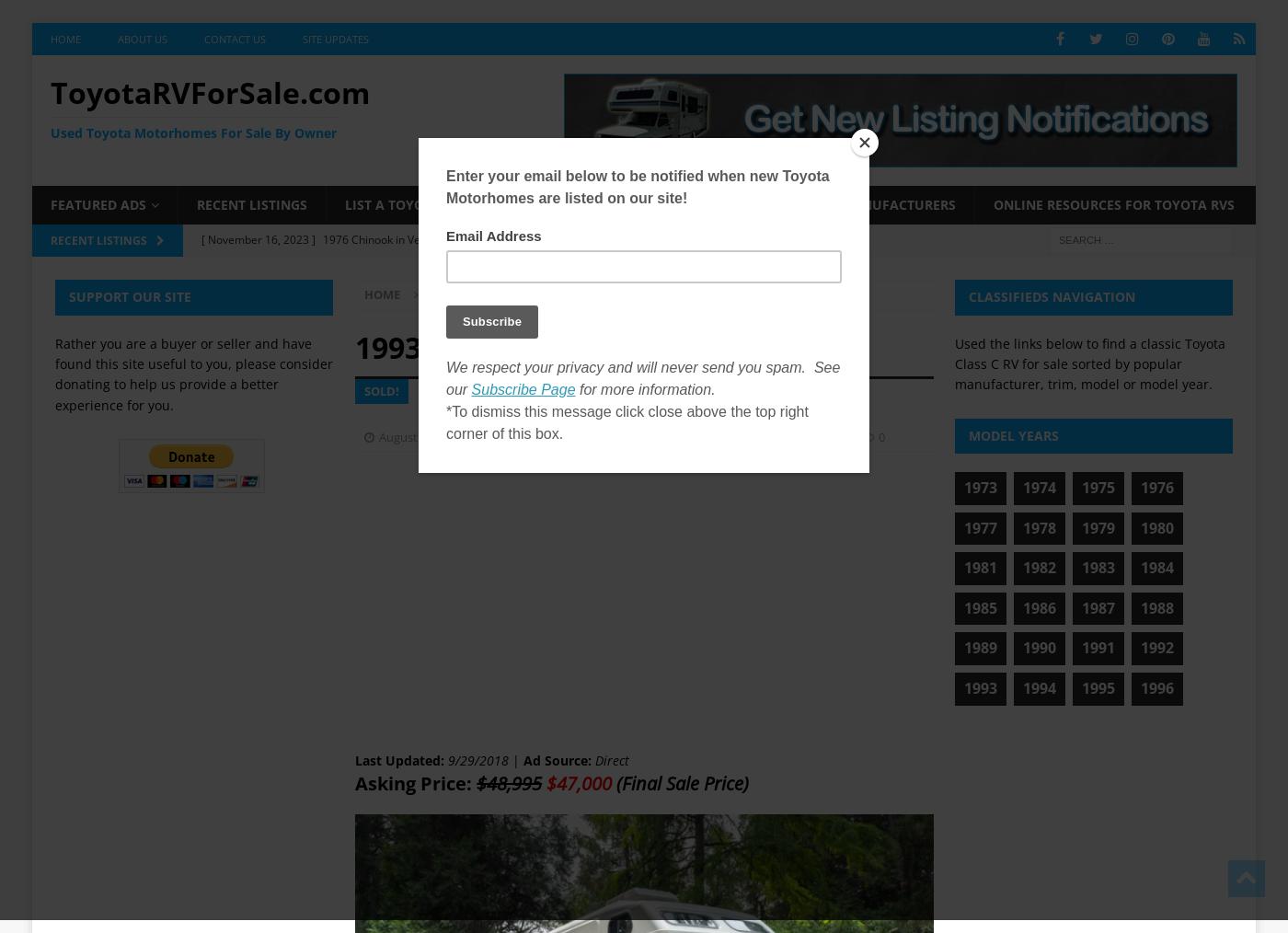  I want to click on '1990', so click(1038, 647).